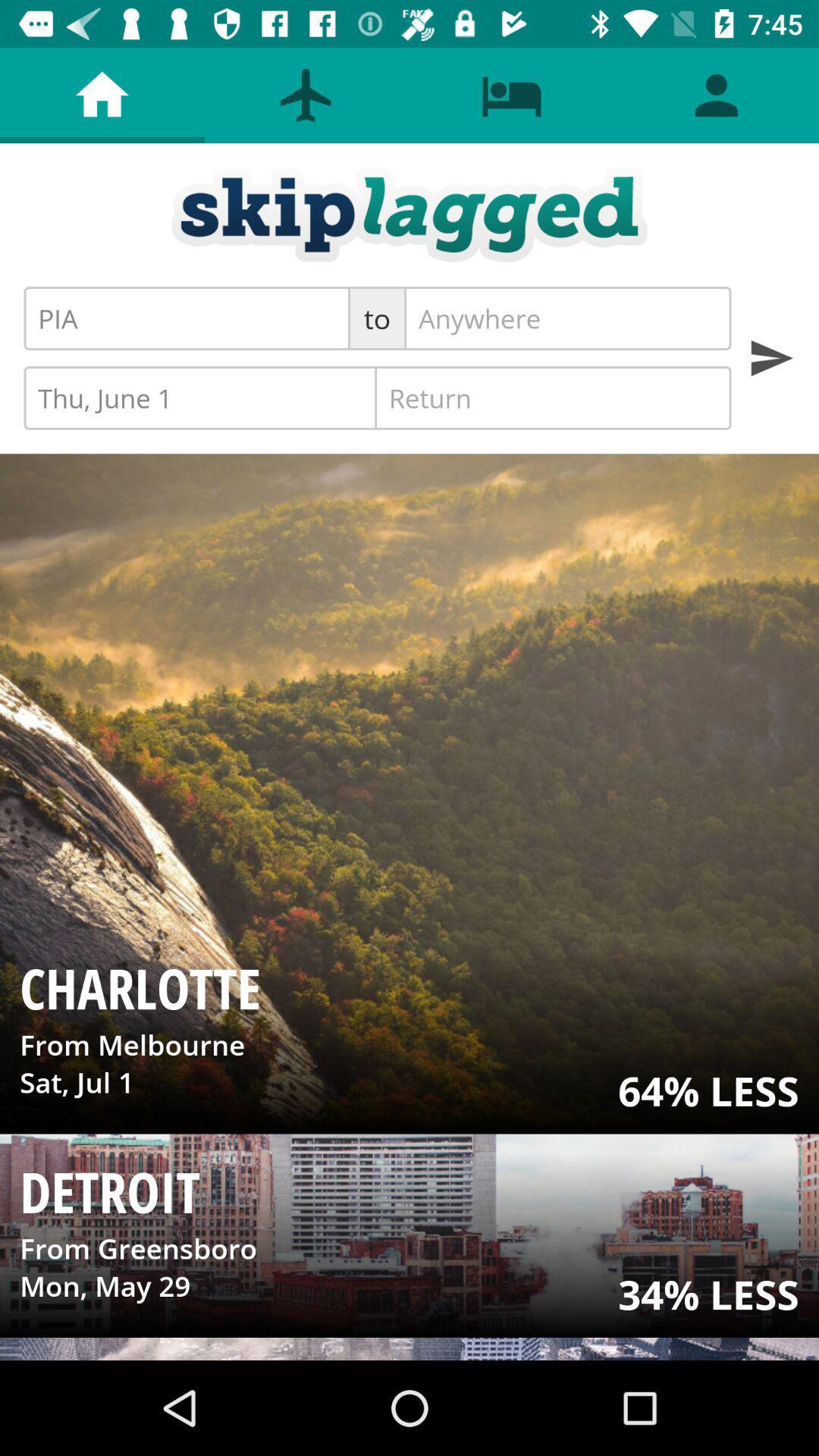  Describe the element at coordinates (567, 318) in the screenshot. I see `location` at that location.